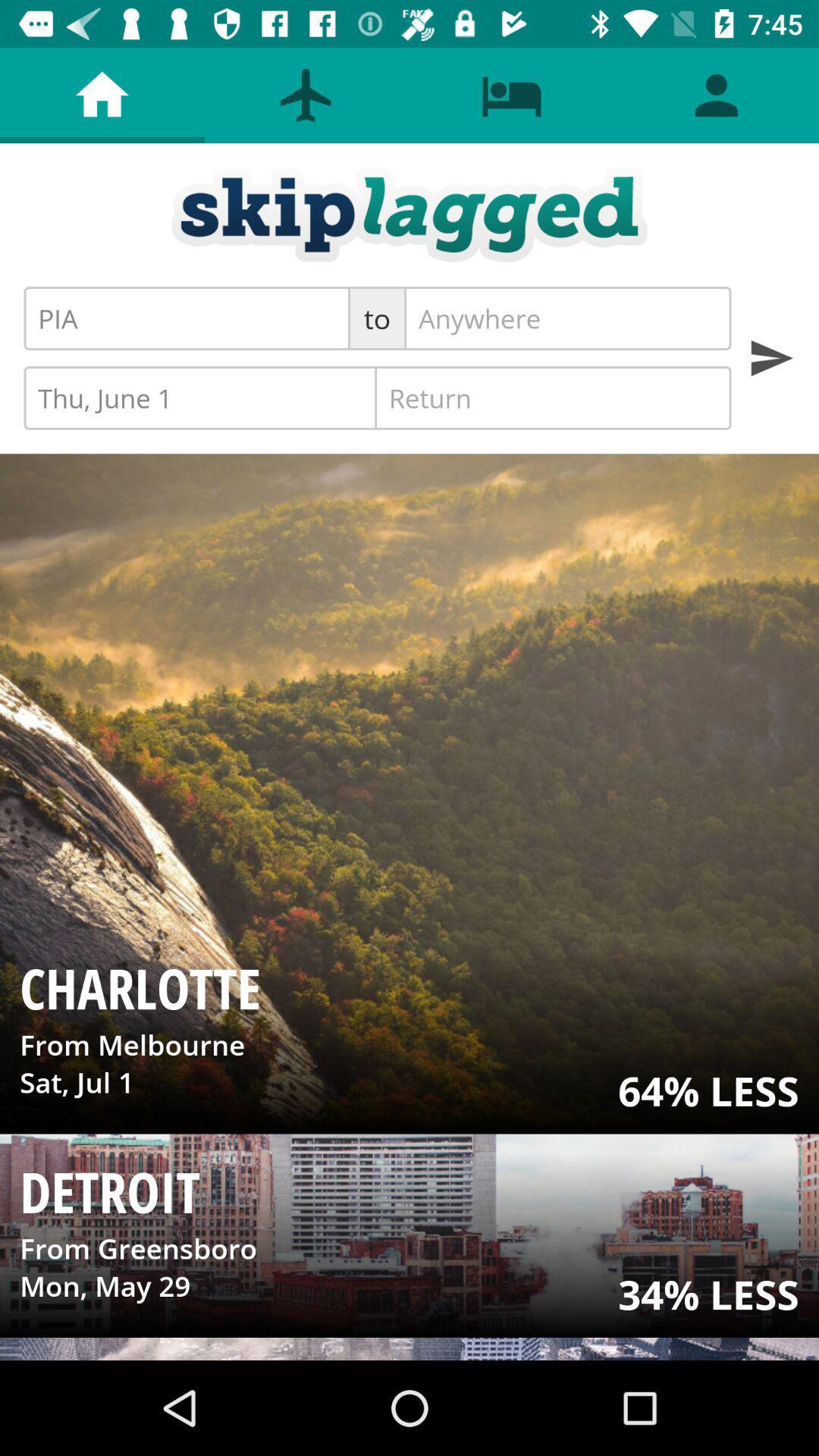  Describe the element at coordinates (567, 318) in the screenshot. I see `location` at that location.